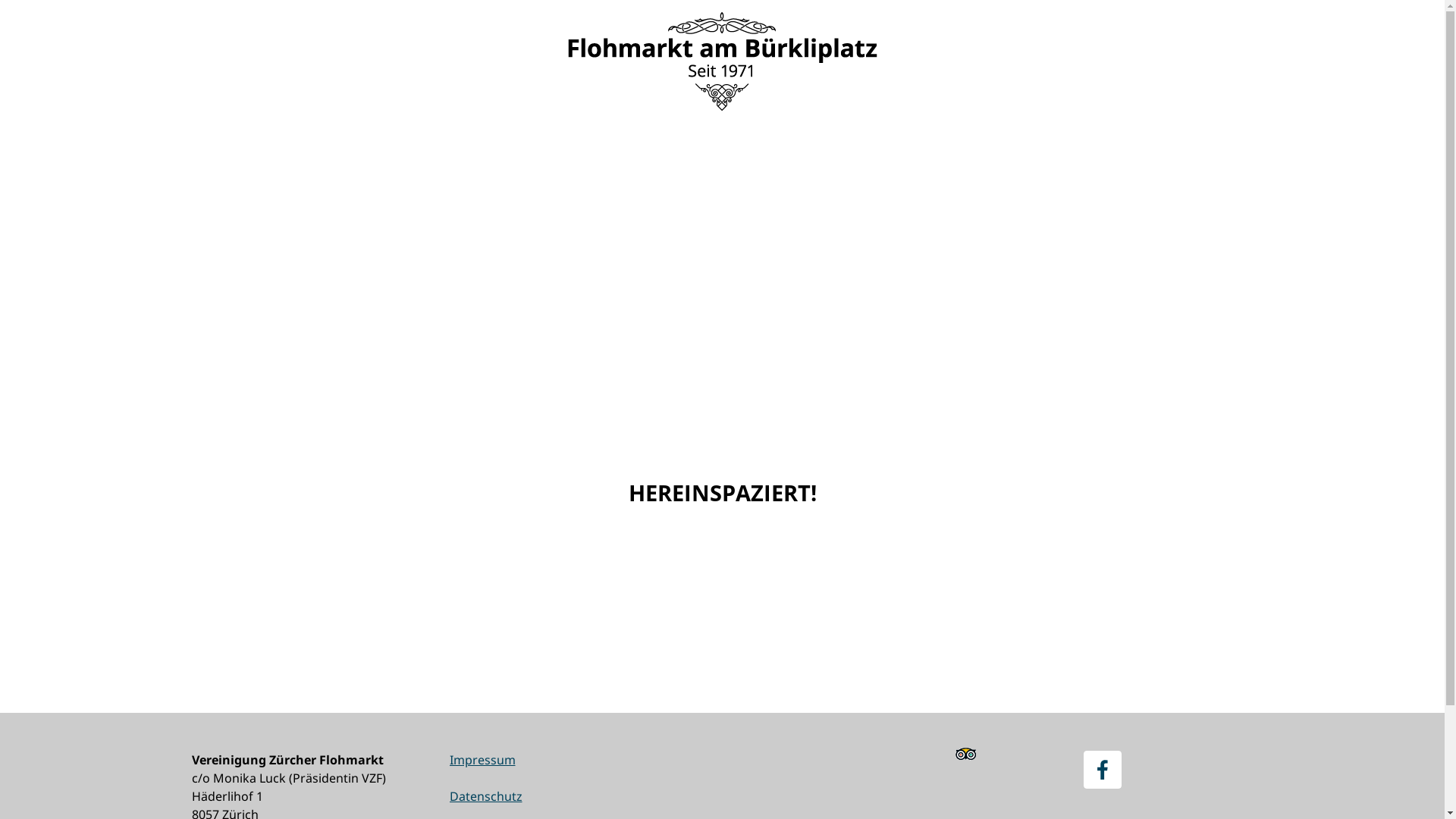  What do you see at coordinates (481, 760) in the screenshot?
I see `'Impressum'` at bounding box center [481, 760].